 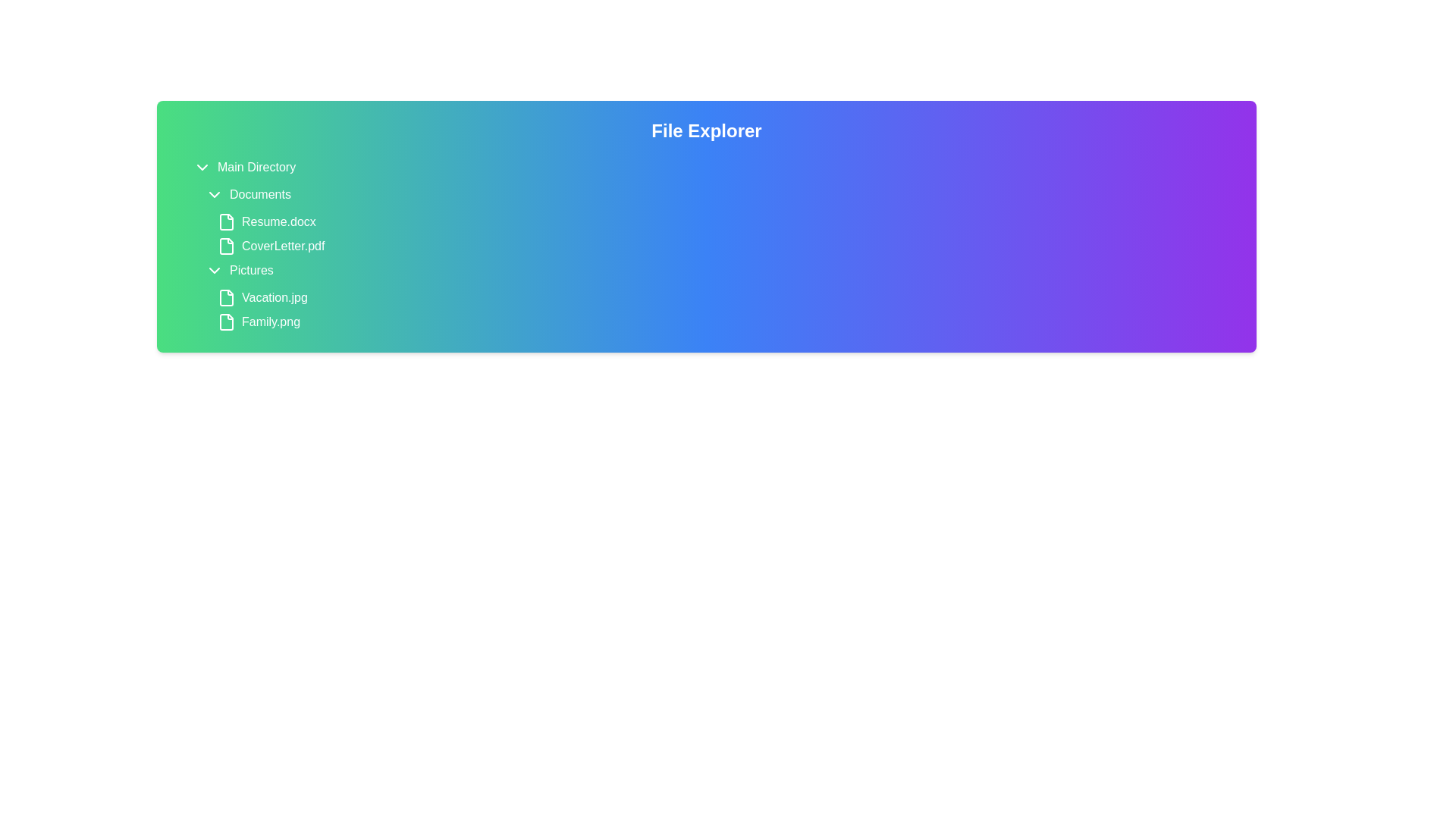 What do you see at coordinates (225, 222) in the screenshot?
I see `the document file icon located to the left of the text 'Resume.docx' in the 'Documents' directory, which serves as a visual indicator for the associated file name` at bounding box center [225, 222].